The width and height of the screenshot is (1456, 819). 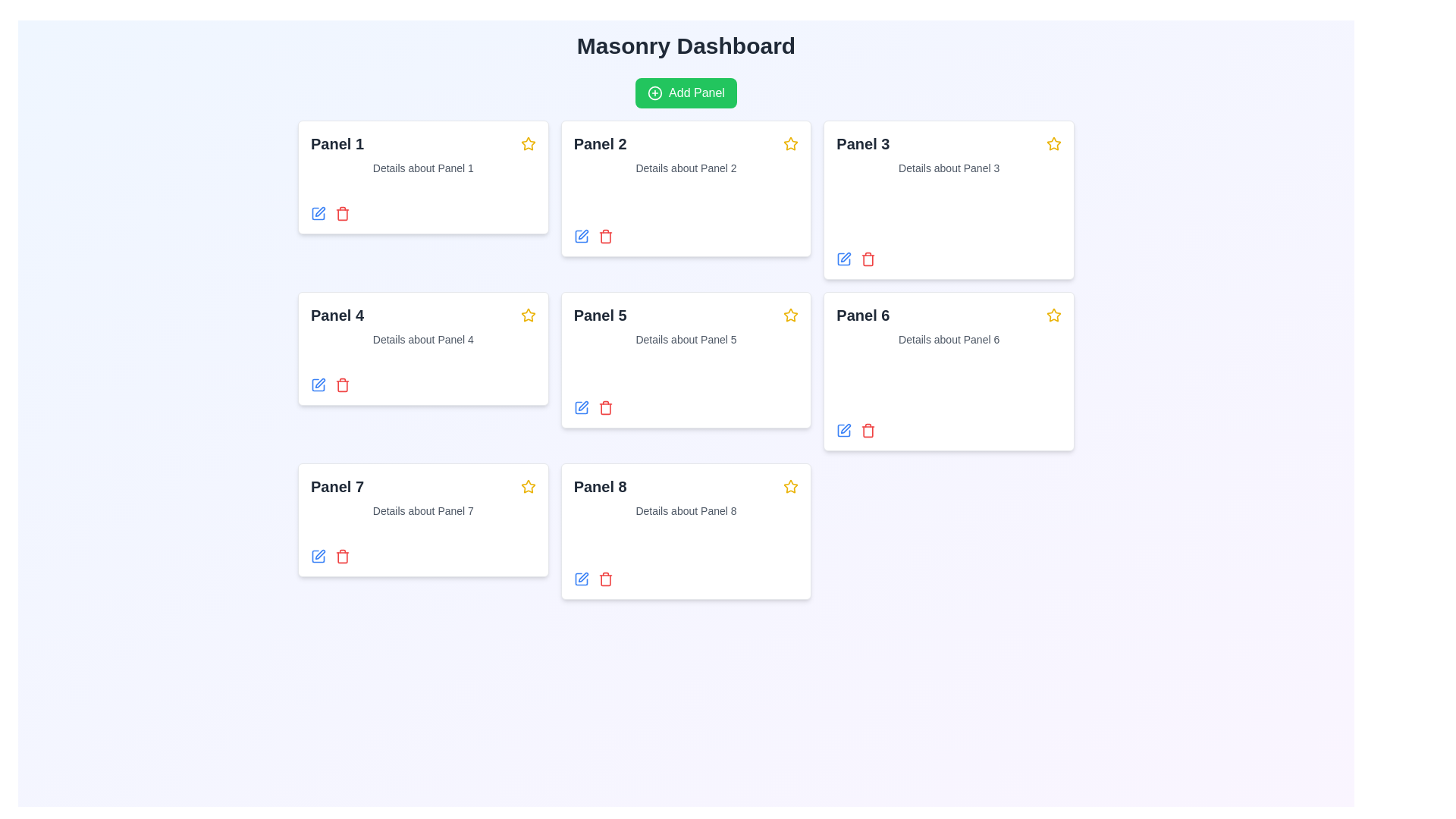 What do you see at coordinates (318, 384) in the screenshot?
I see `the editing icon located at the bottom left of 'Panel 4' card to initiate the editing feature` at bounding box center [318, 384].